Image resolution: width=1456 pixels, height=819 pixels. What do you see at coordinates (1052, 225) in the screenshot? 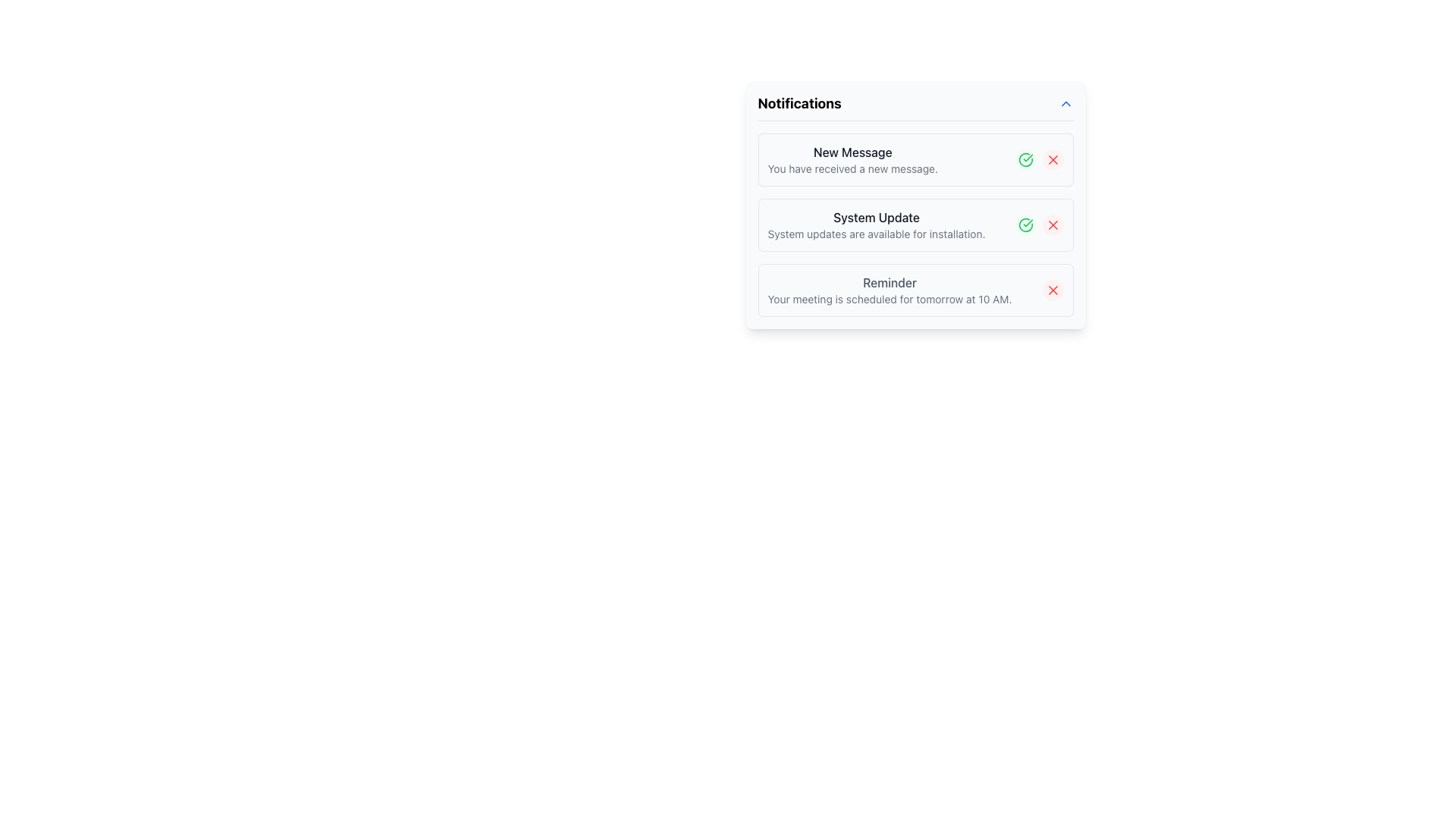
I see `the red cross icon aligned to the right of the 'System Update' notification` at bounding box center [1052, 225].